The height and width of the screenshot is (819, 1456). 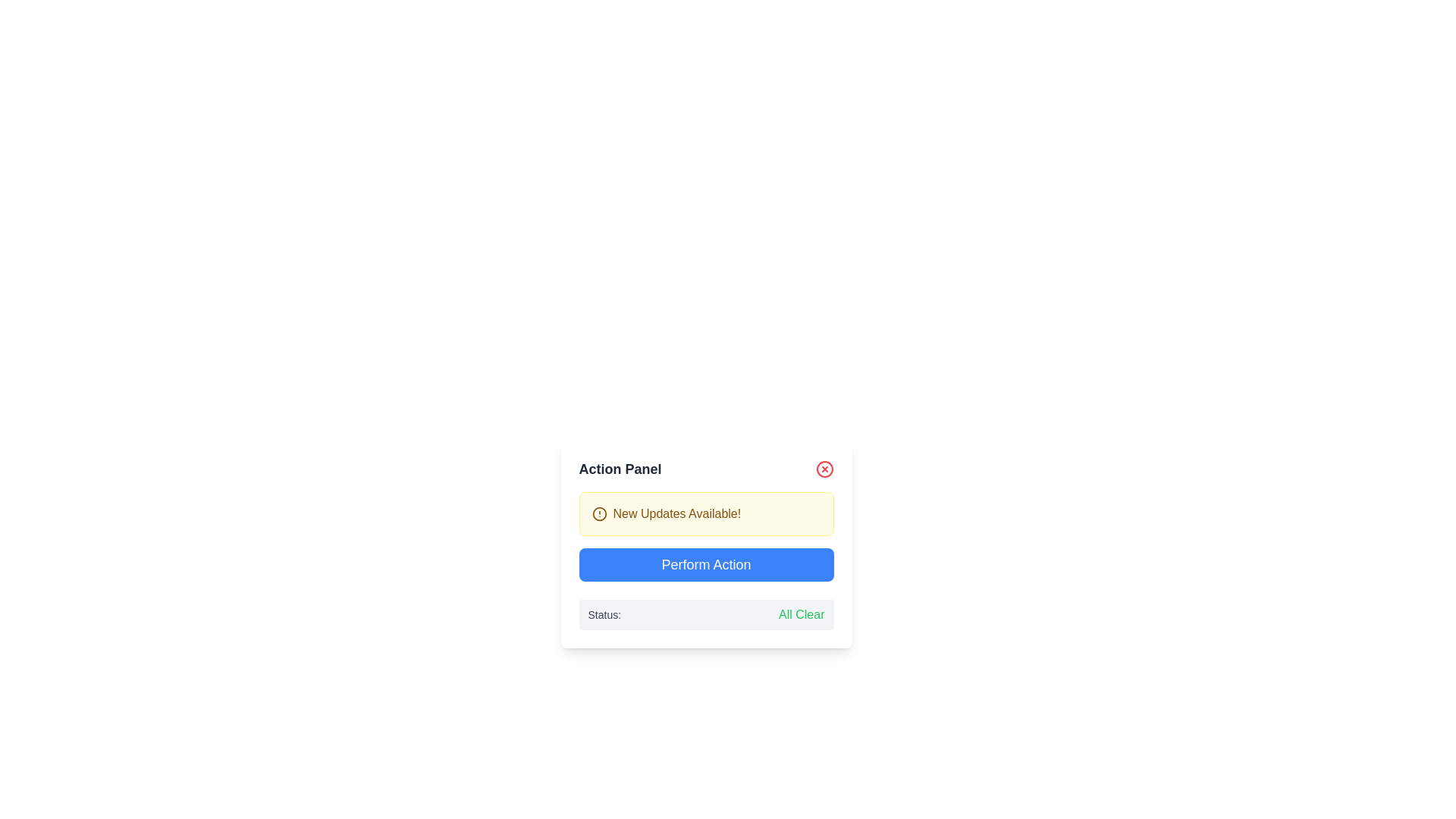 What do you see at coordinates (705, 564) in the screenshot?
I see `the bright blue button labeled 'Perform Action' located in the middle of the panel` at bounding box center [705, 564].